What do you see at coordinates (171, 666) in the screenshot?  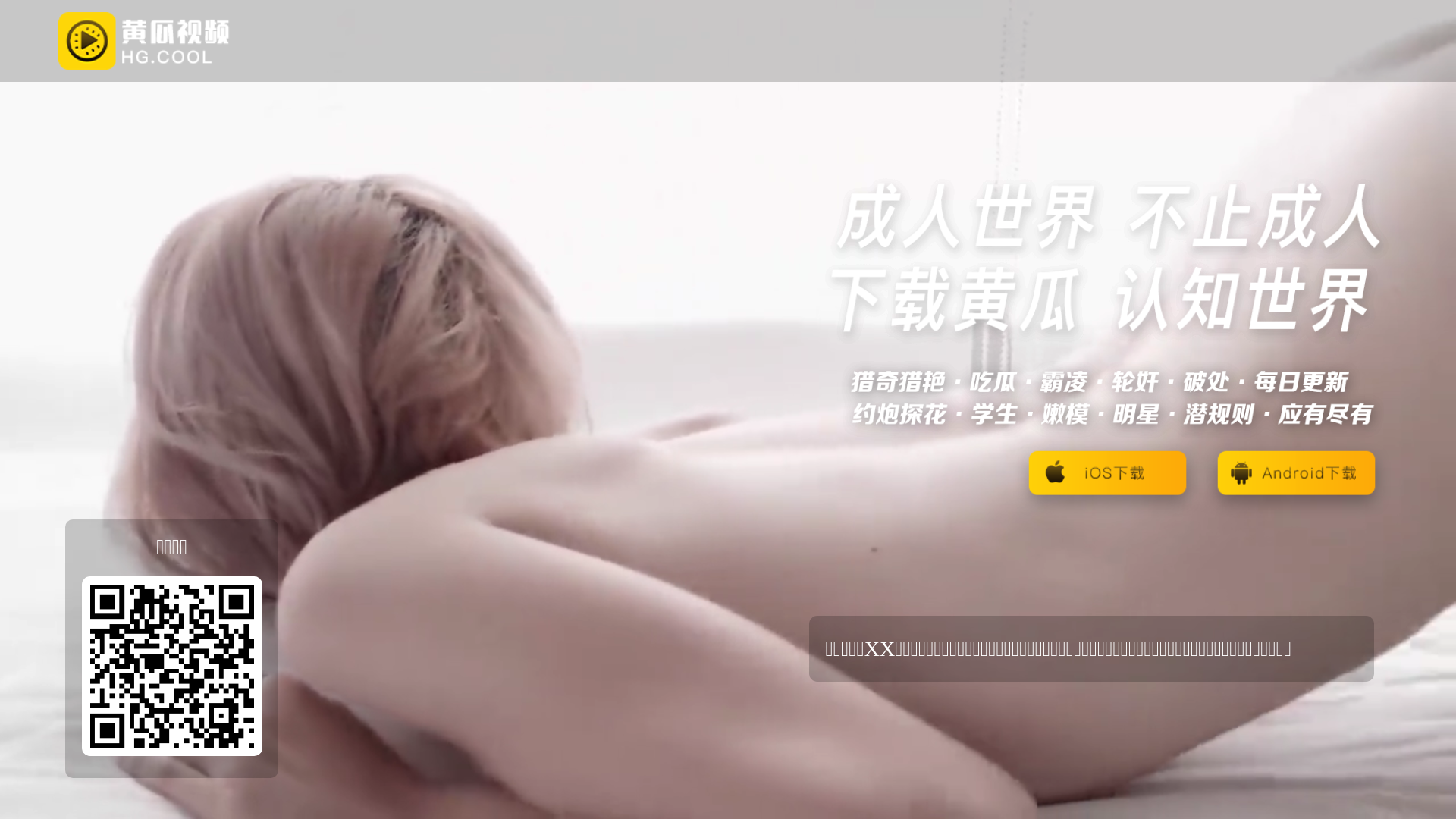 I see `'https://3dsf9fs.com/?_c=ofrr1xb'` at bounding box center [171, 666].